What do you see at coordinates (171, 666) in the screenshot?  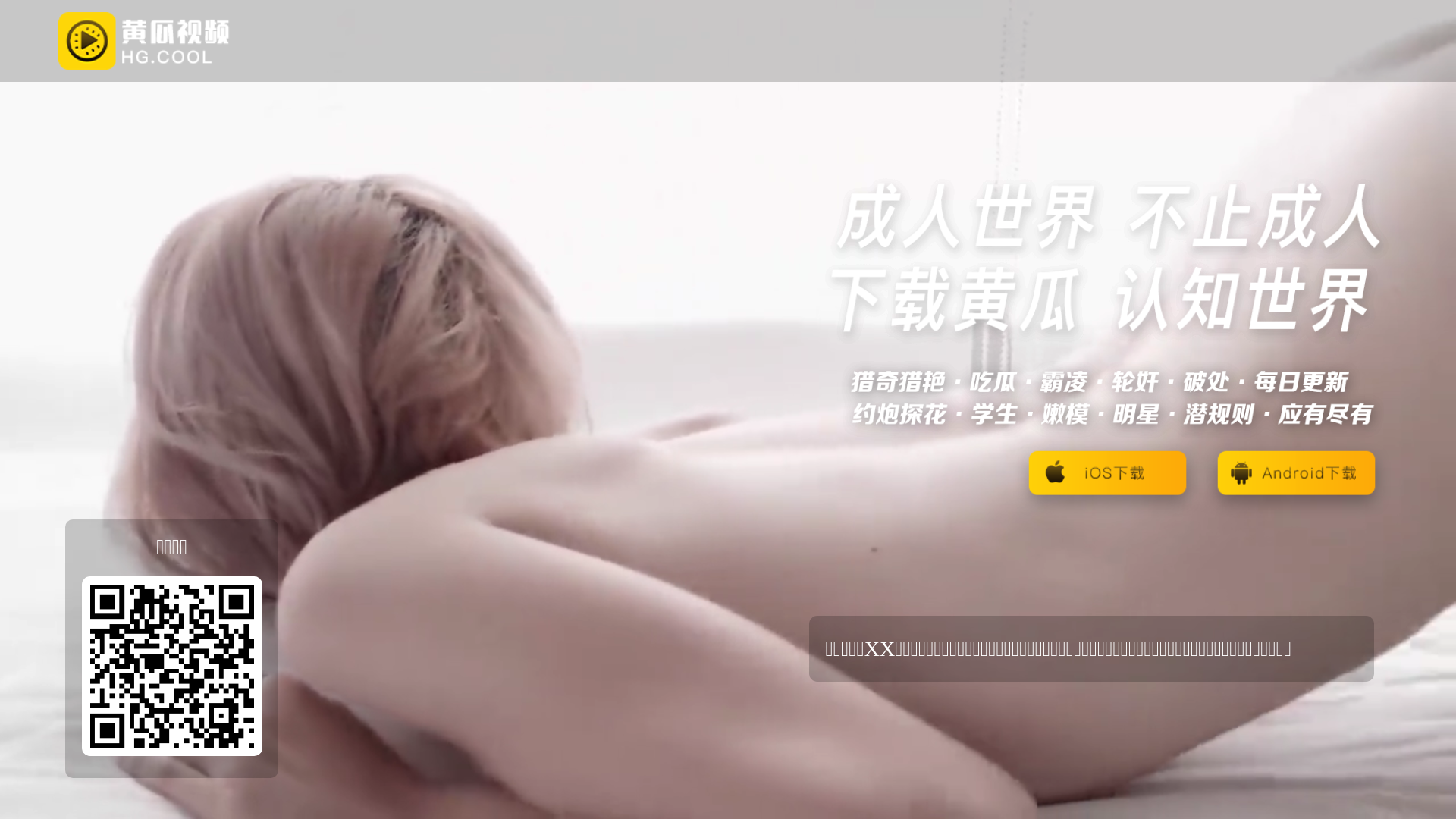 I see `'https://3dsf9fs.com/?_c=ofrr1xb'` at bounding box center [171, 666].